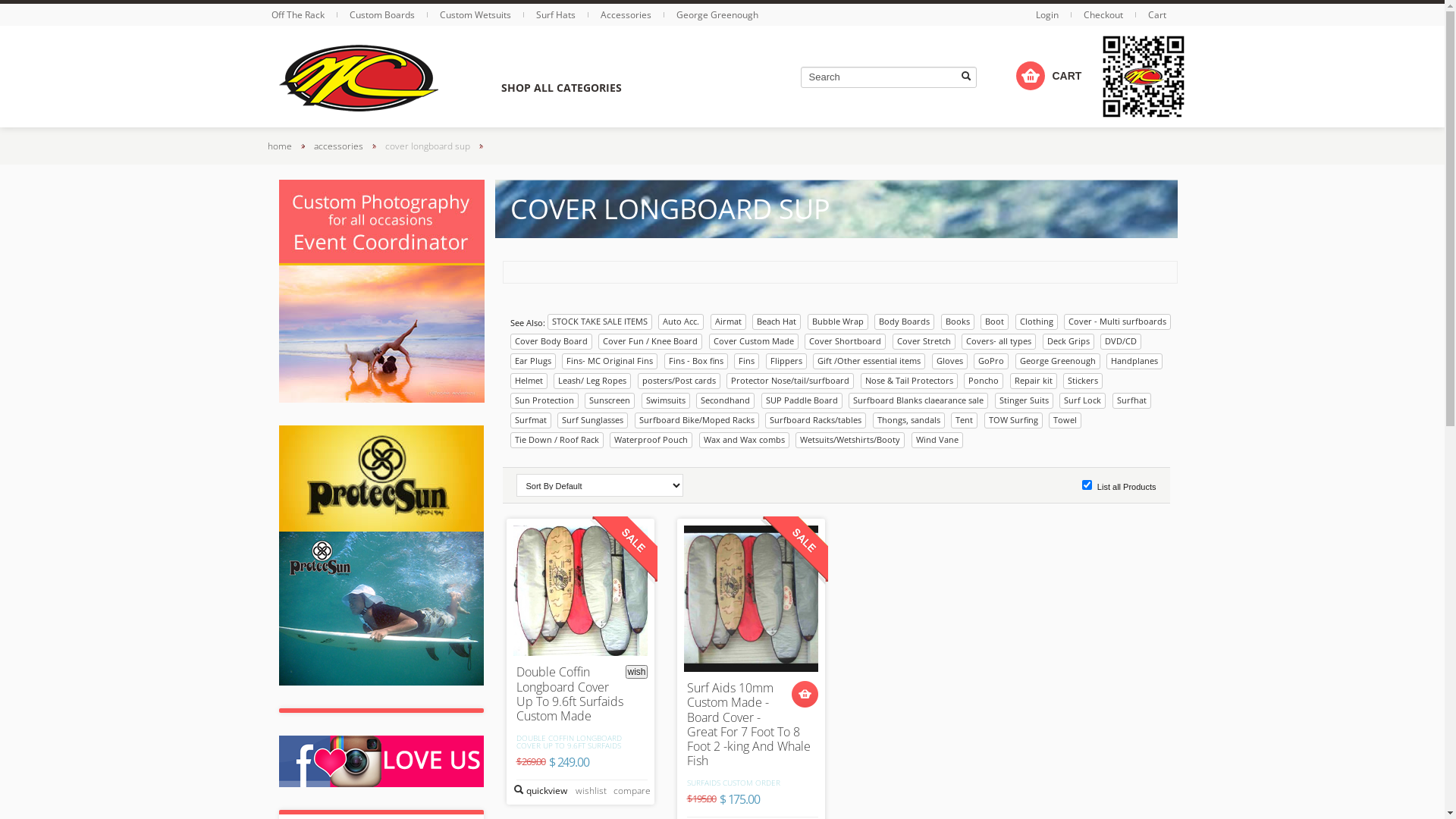  Describe the element at coordinates (555, 440) in the screenshot. I see `'Tie Down / Roof Rack'` at that location.